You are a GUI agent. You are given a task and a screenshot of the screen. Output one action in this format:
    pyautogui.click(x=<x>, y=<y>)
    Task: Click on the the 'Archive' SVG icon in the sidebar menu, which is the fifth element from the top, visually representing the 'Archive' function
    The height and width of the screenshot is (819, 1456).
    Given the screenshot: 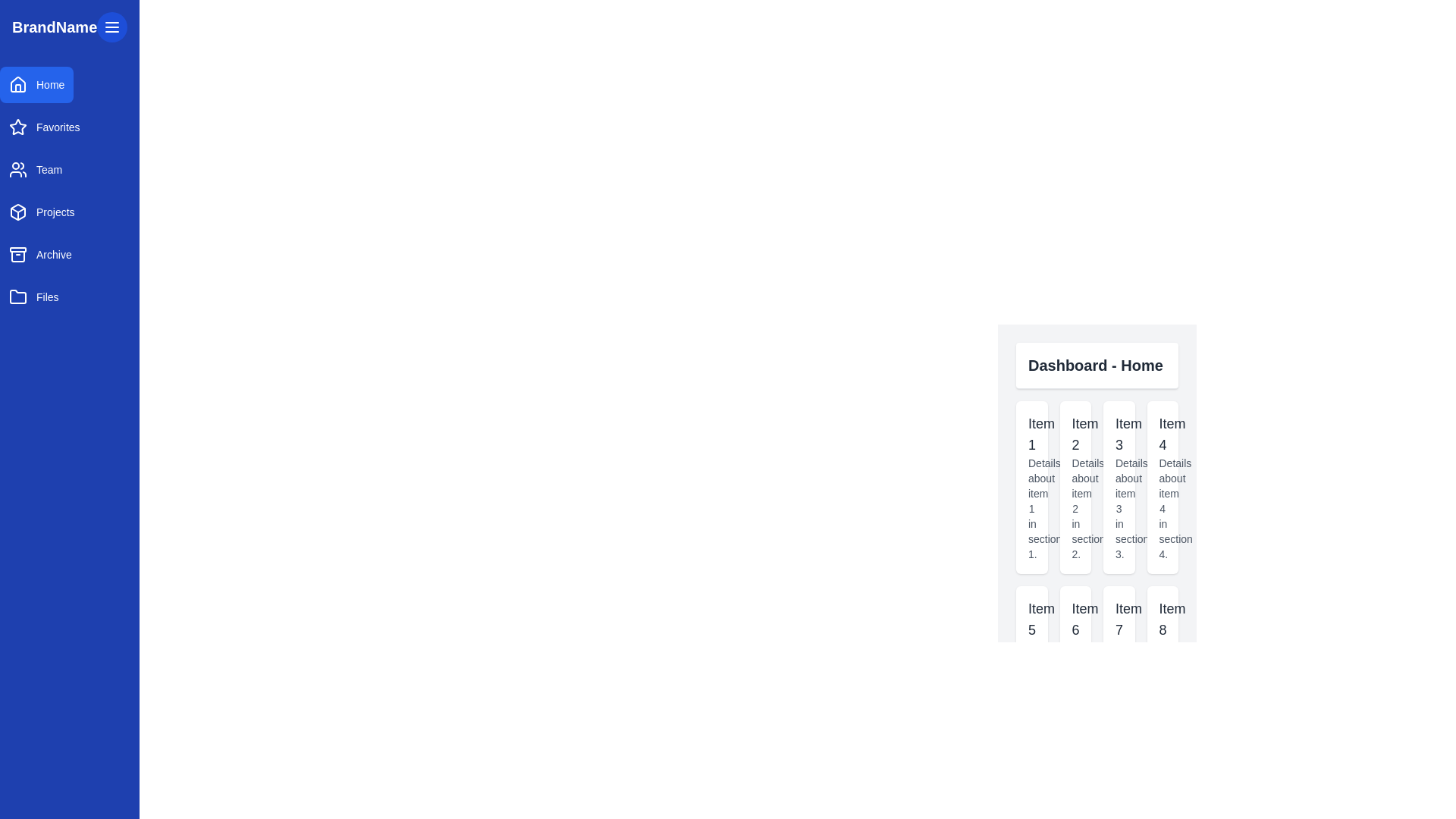 What is the action you would take?
    pyautogui.click(x=18, y=253)
    